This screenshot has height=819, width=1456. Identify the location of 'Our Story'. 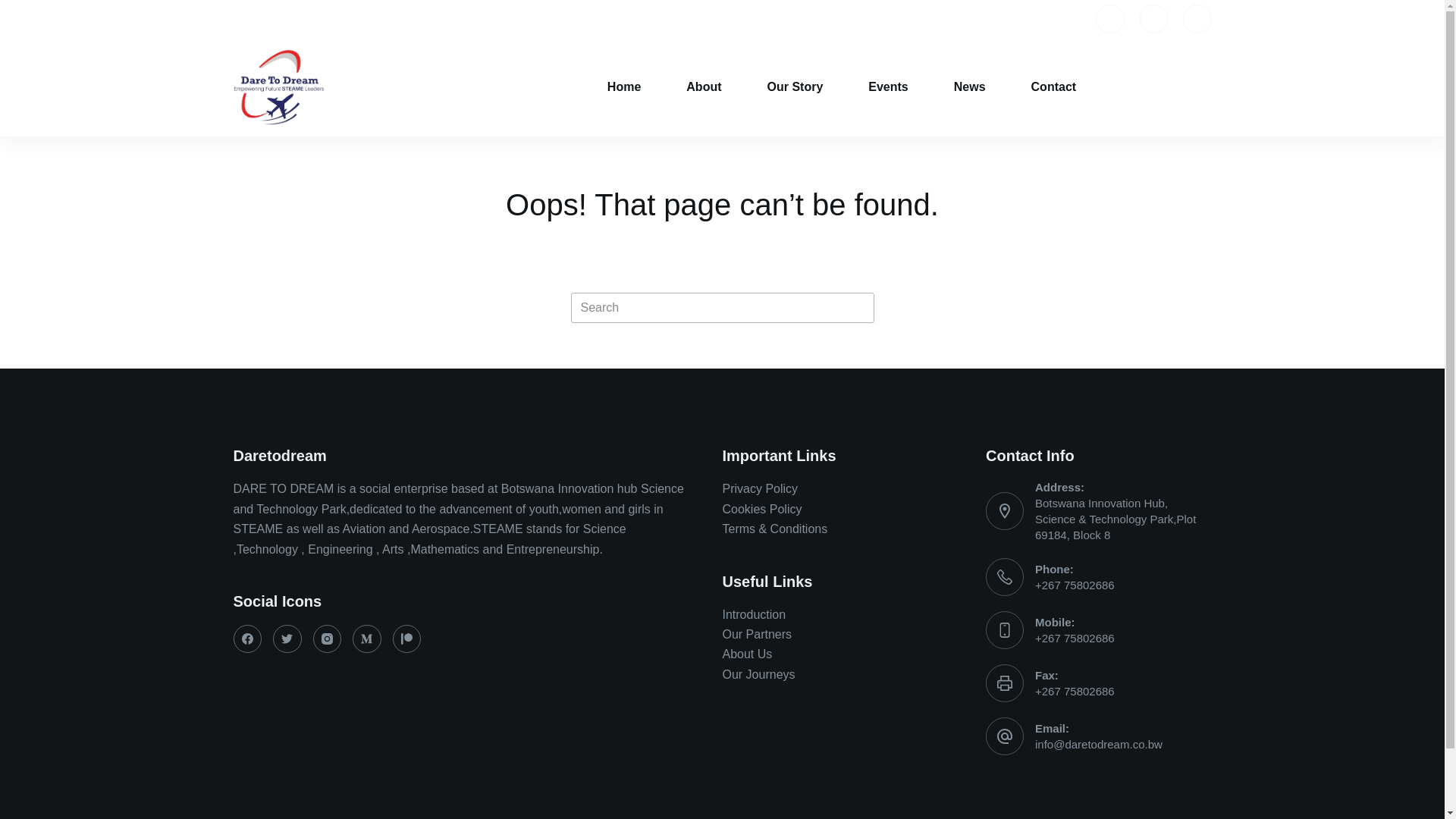
(745, 87).